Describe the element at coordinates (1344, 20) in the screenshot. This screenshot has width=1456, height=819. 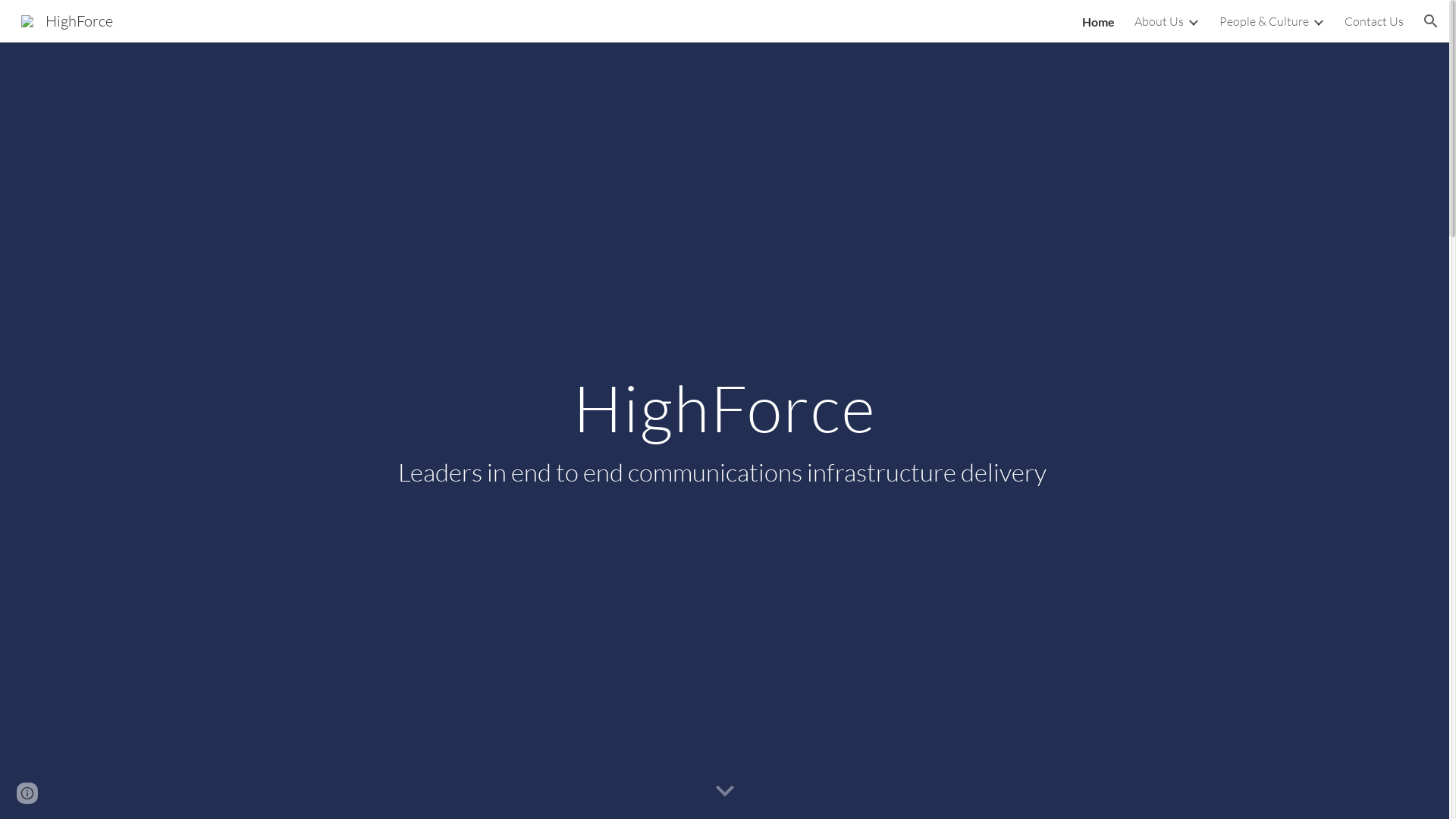
I see `'Contact Us'` at that location.